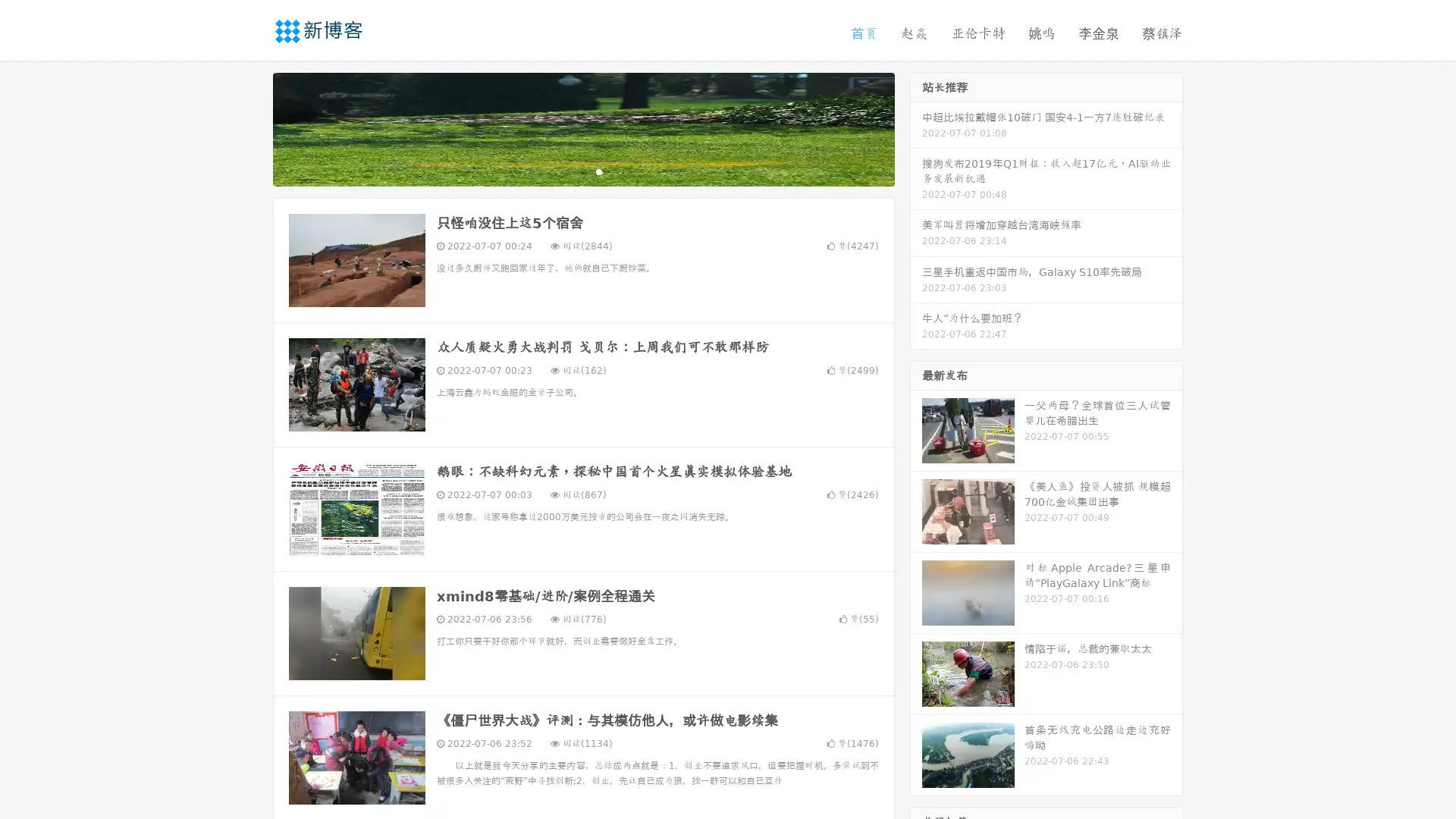  What do you see at coordinates (567, 171) in the screenshot?
I see `Go to slide 1` at bounding box center [567, 171].